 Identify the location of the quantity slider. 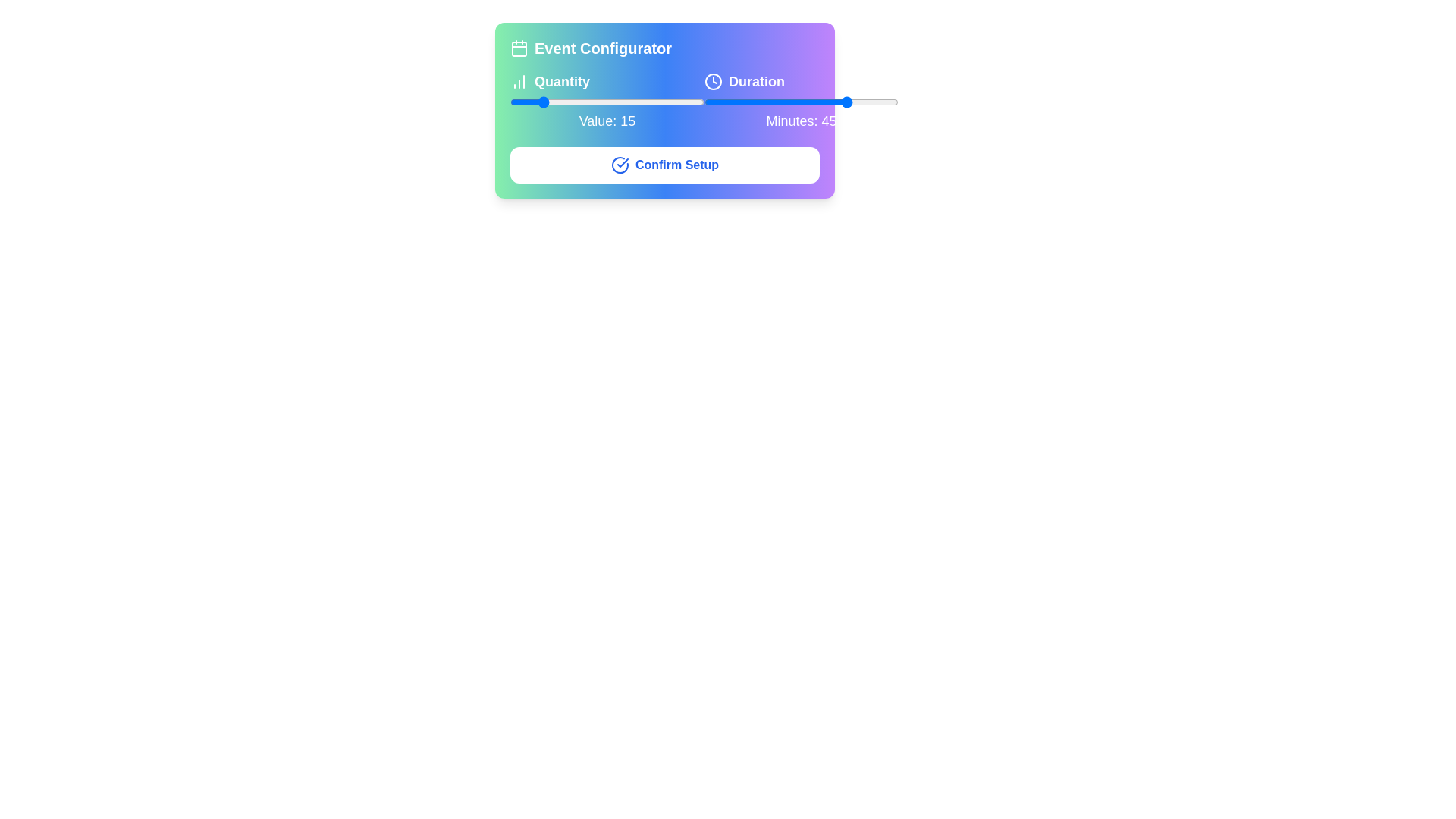
(558, 102).